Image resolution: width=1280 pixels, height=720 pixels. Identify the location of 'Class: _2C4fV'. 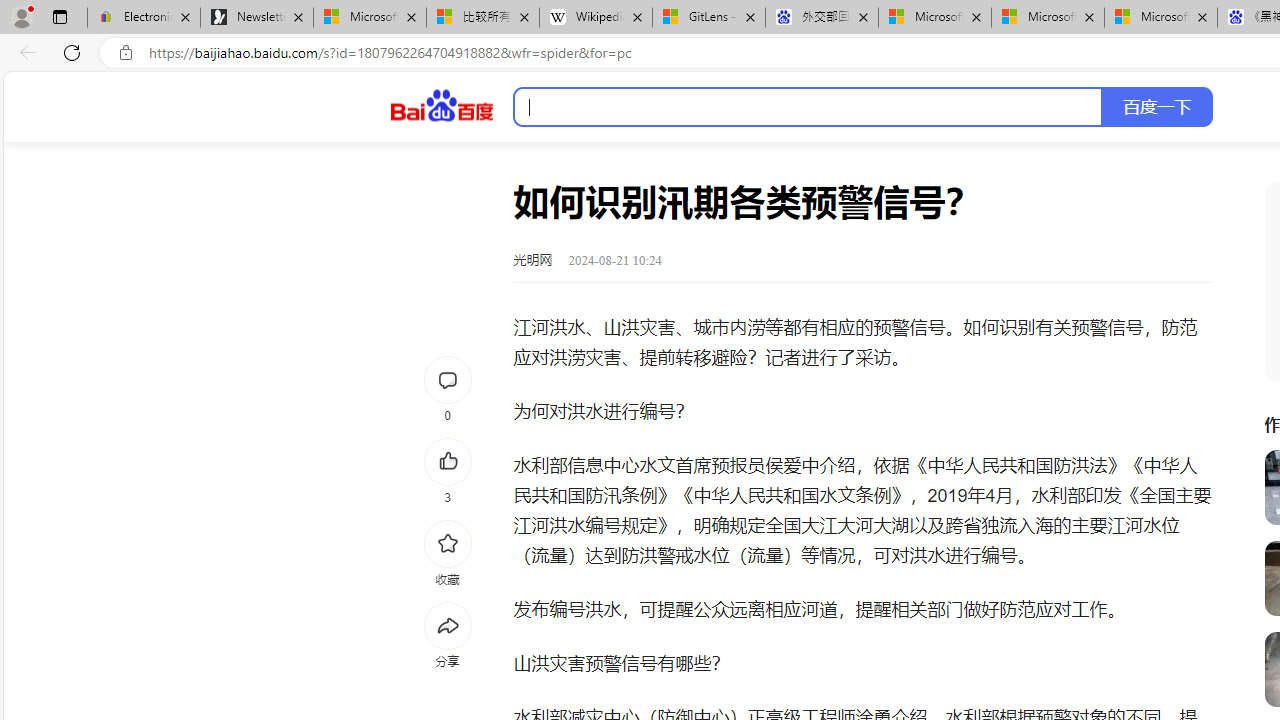
(808, 107).